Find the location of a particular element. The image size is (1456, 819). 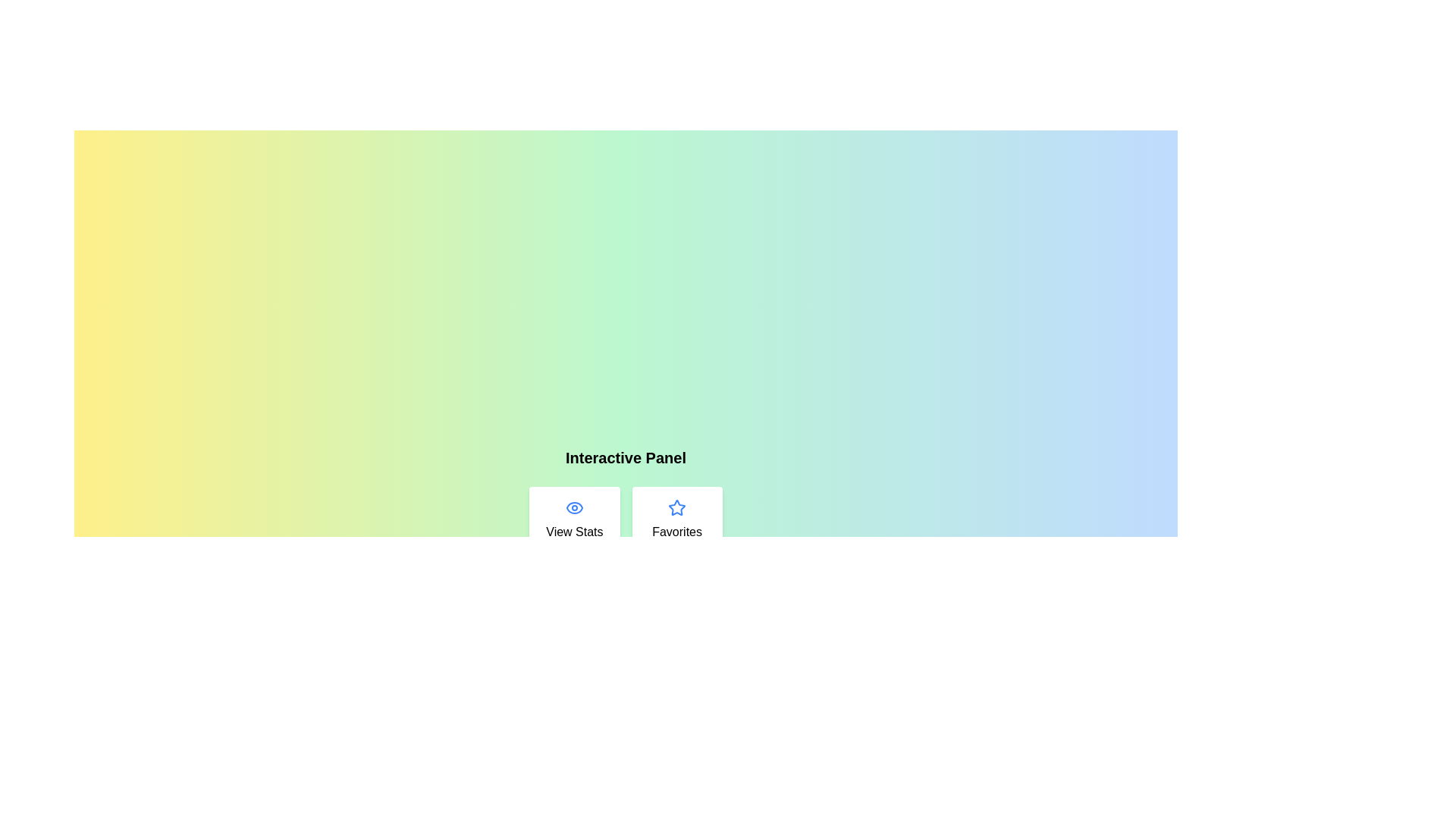

the Text Label that indicates favorites functionality is located at coordinates (676, 532).